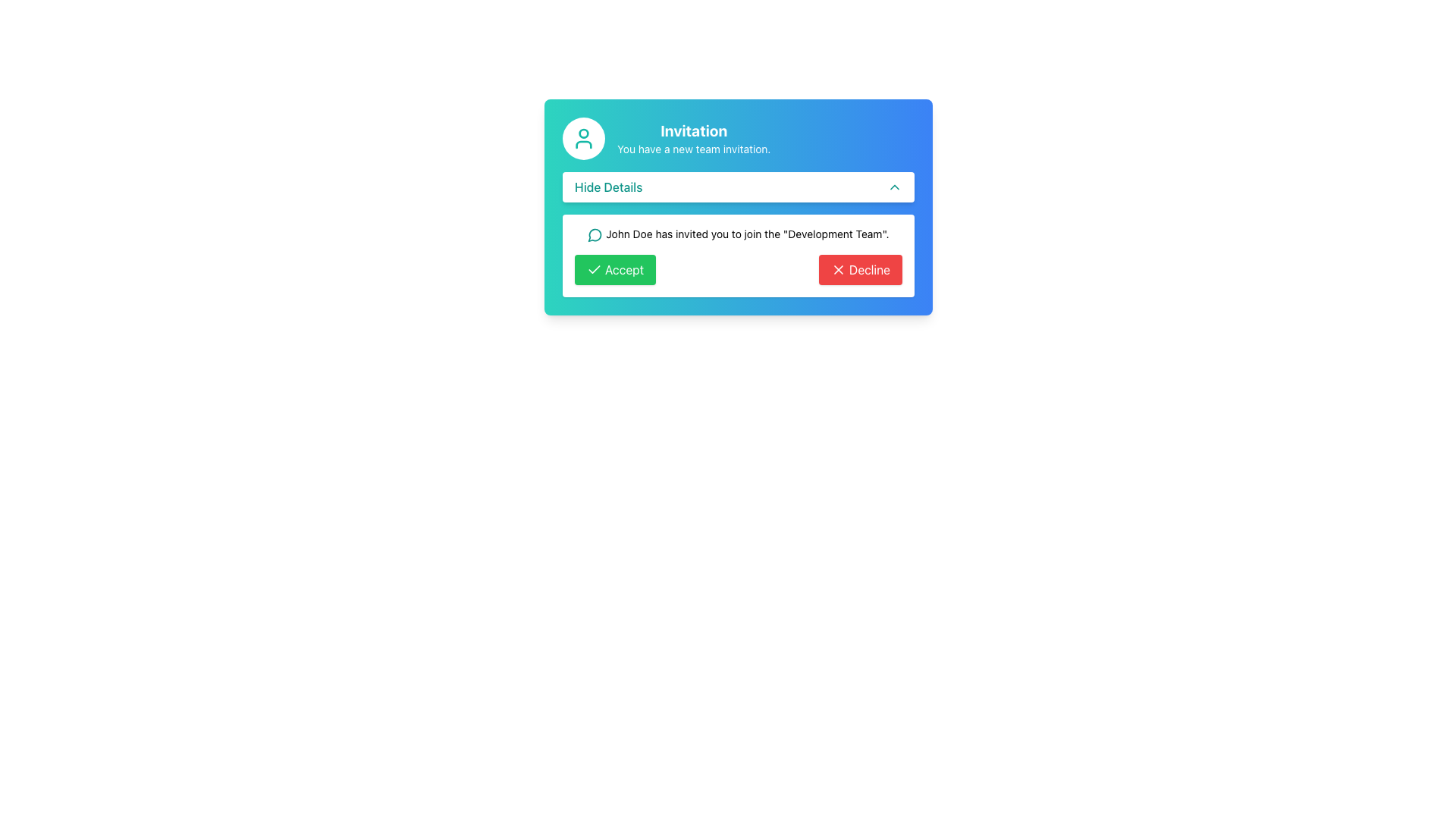 The width and height of the screenshot is (1456, 819). Describe the element at coordinates (594, 235) in the screenshot. I see `the icon located to the left of the invitation text stating 'John Doe has invited you to join the Development Team'` at that location.